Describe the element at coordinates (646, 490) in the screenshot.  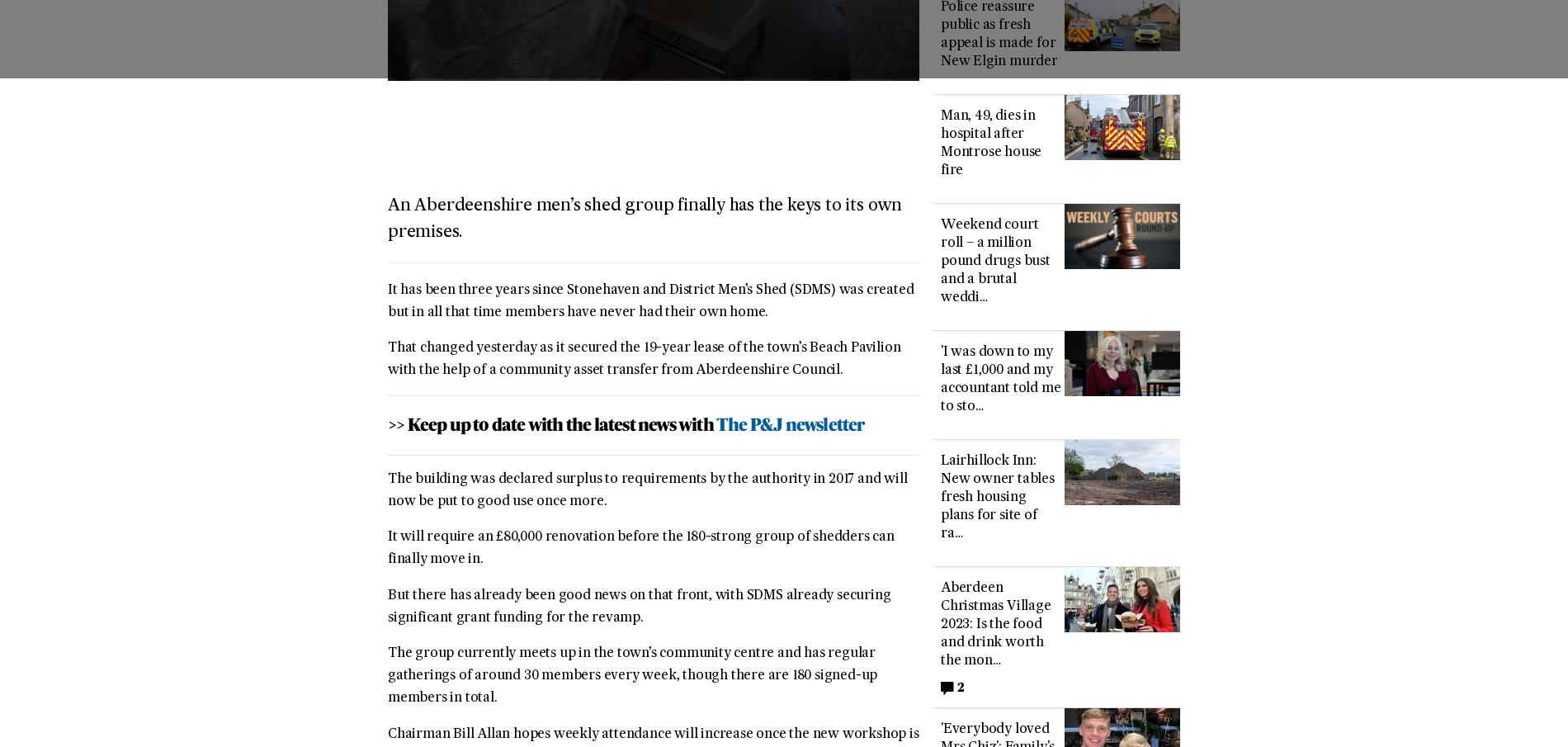
I see `'The building was declared surplus to requirements by the authority in 2017 and will now be put to good use once more.'` at that location.